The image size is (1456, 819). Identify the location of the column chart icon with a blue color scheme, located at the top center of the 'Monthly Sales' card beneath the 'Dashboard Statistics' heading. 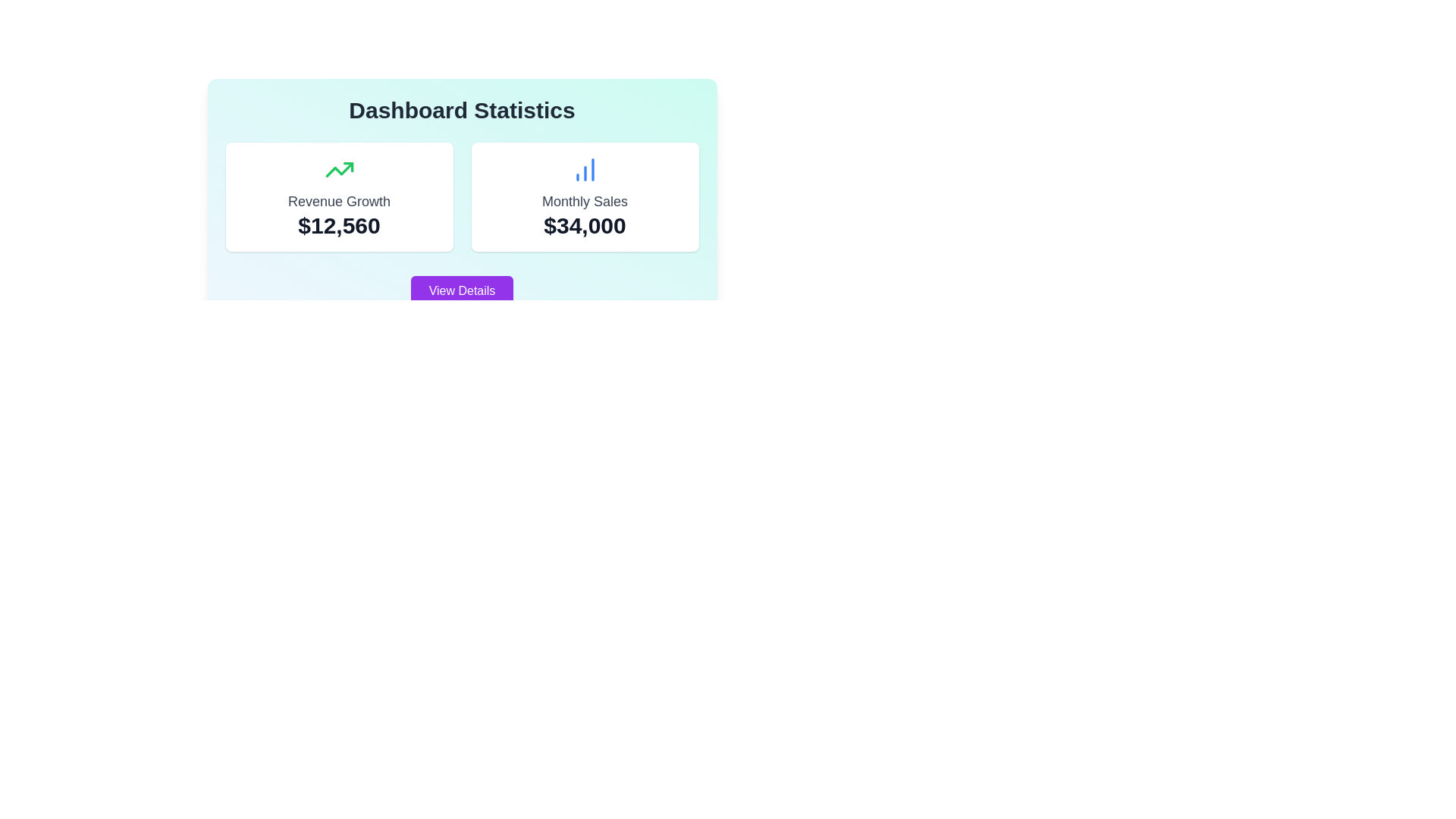
(584, 169).